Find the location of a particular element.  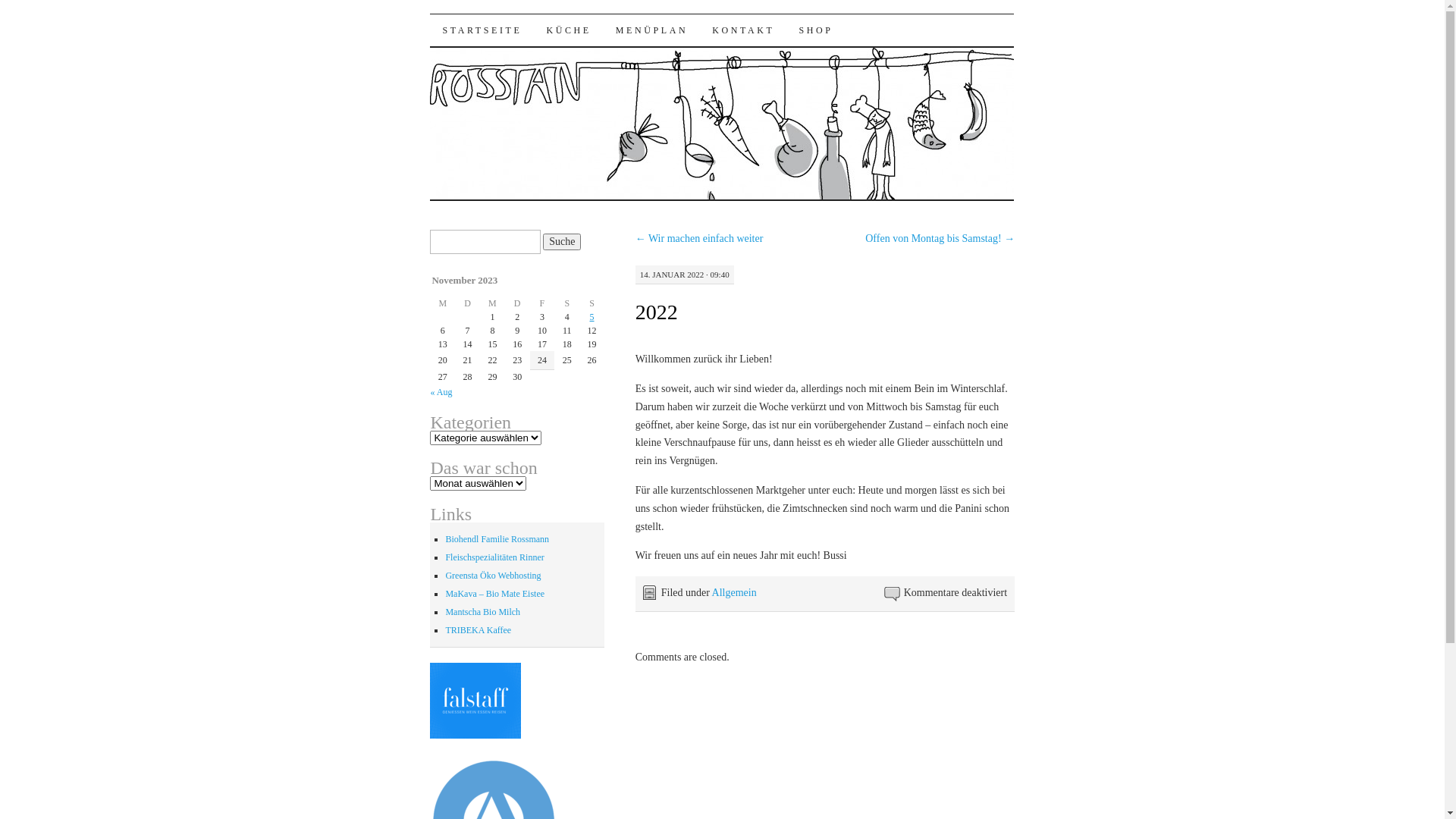

'Mantscha Bio Milch' is located at coordinates (444, 610).